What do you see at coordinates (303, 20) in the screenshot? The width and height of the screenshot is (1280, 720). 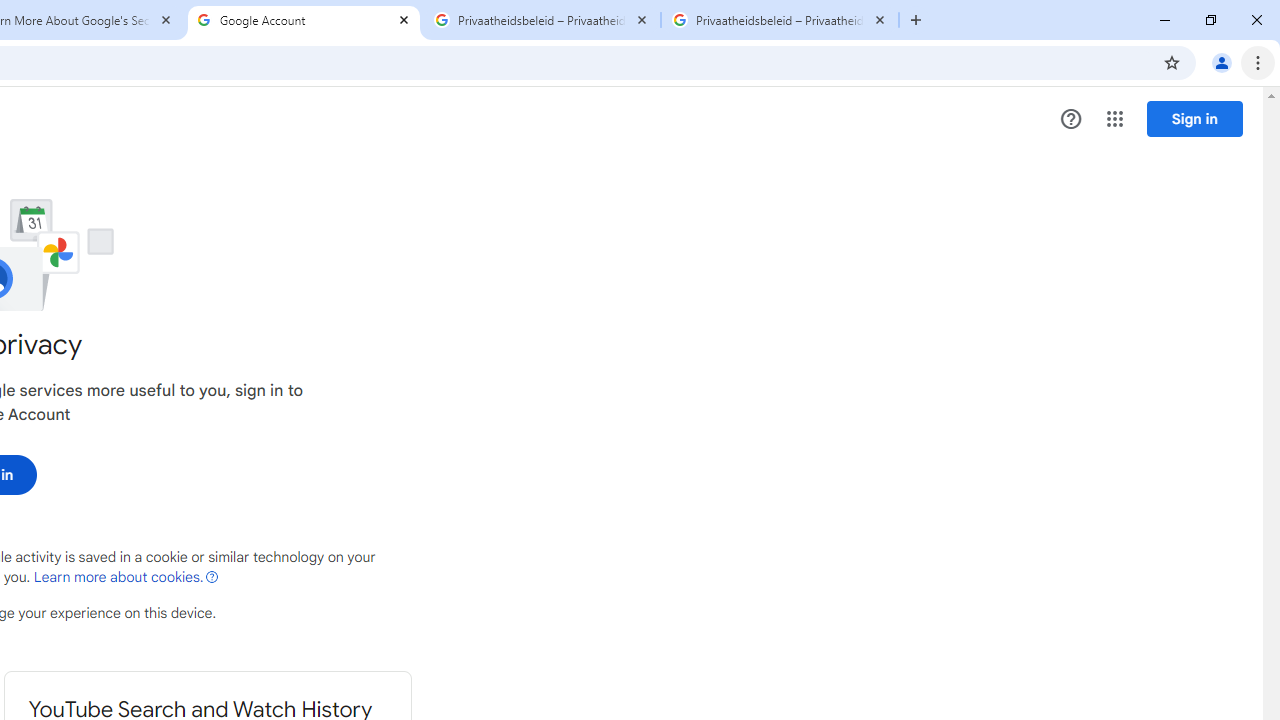 I see `'Google Account'` at bounding box center [303, 20].